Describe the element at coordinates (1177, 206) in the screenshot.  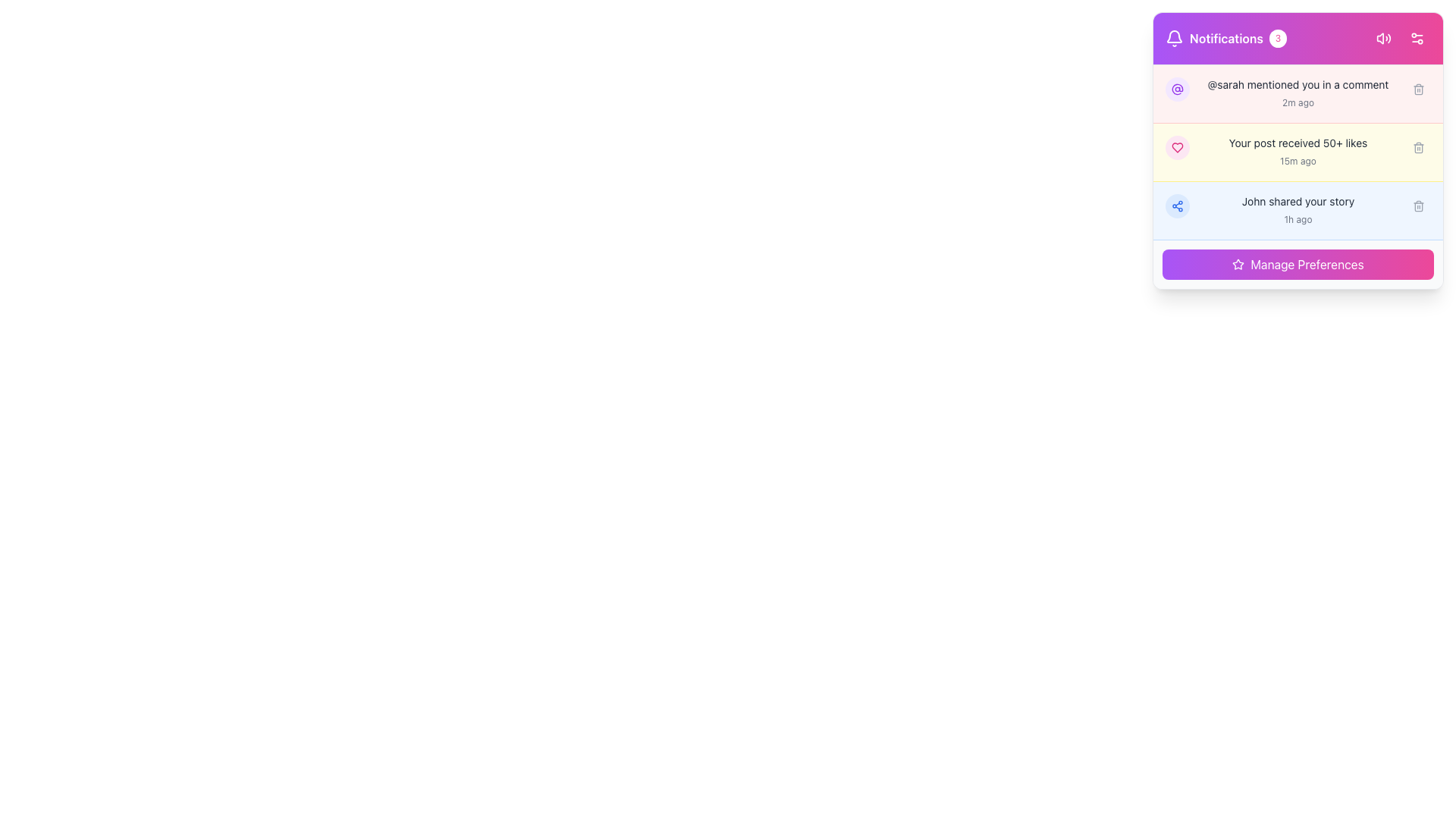
I see `the circular light blue button with a share icon located to the left of the notification labeled 'John shared your story 1h ago'` at that location.